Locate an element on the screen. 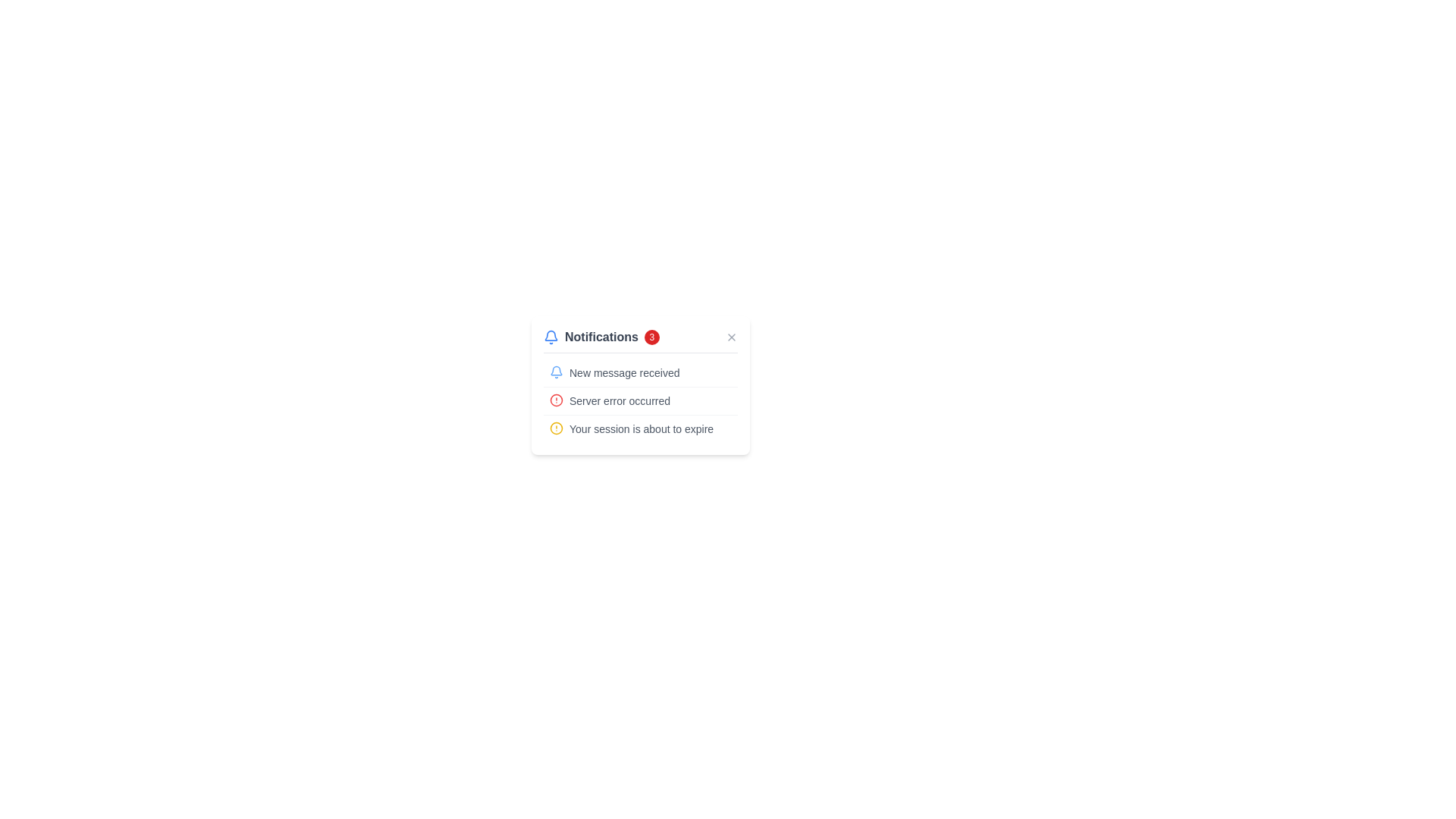 Image resolution: width=1456 pixels, height=819 pixels. the bell icon by clicking on the notifications title header which indicates the current state or number of unread notifications is located at coordinates (601, 336).